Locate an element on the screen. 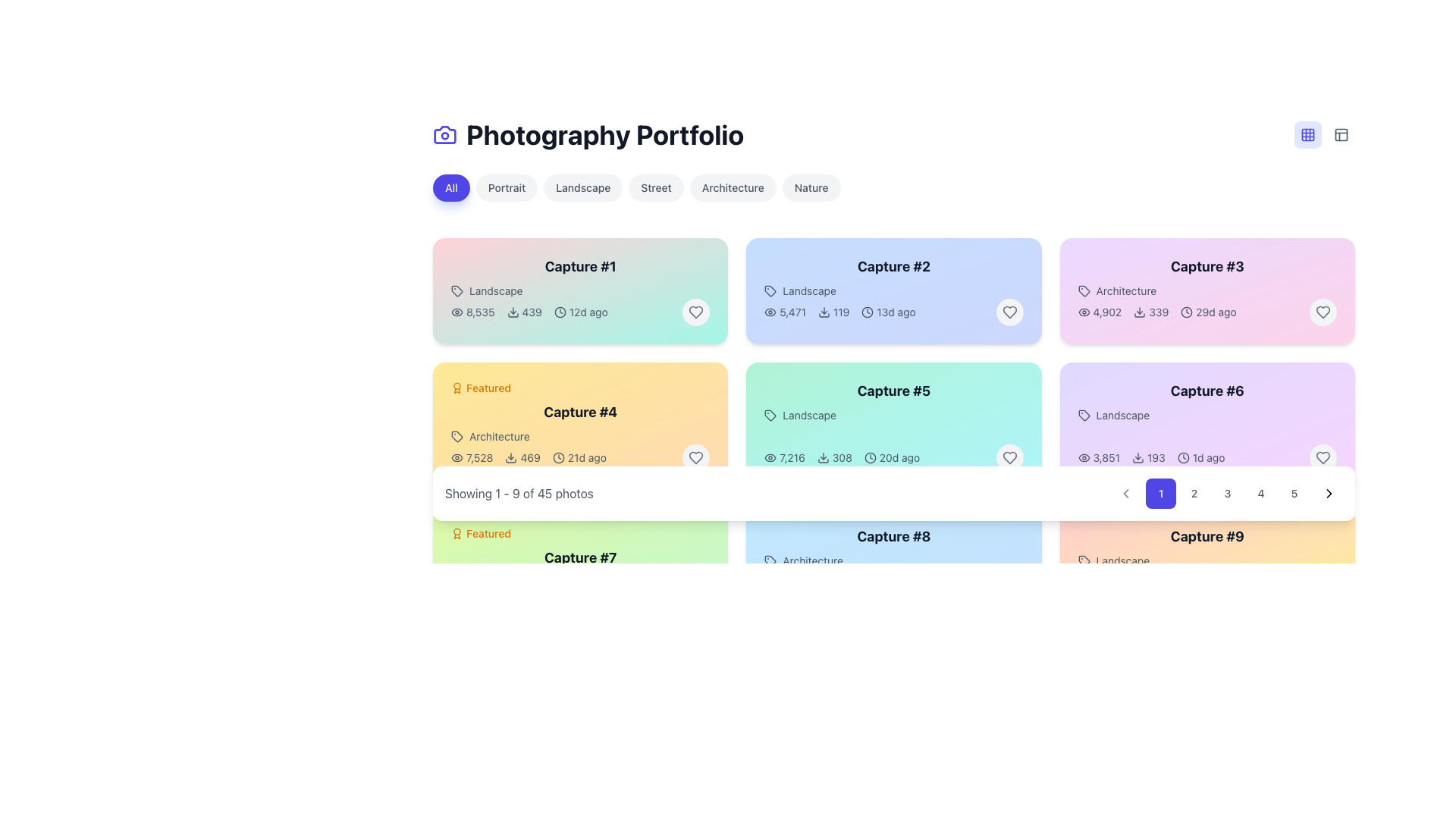  the tag icon located next to the text label 'Architecture', which is styled with smooth lines and rounded edges, and is the leftmost component in the label group is located at coordinates (770, 561).